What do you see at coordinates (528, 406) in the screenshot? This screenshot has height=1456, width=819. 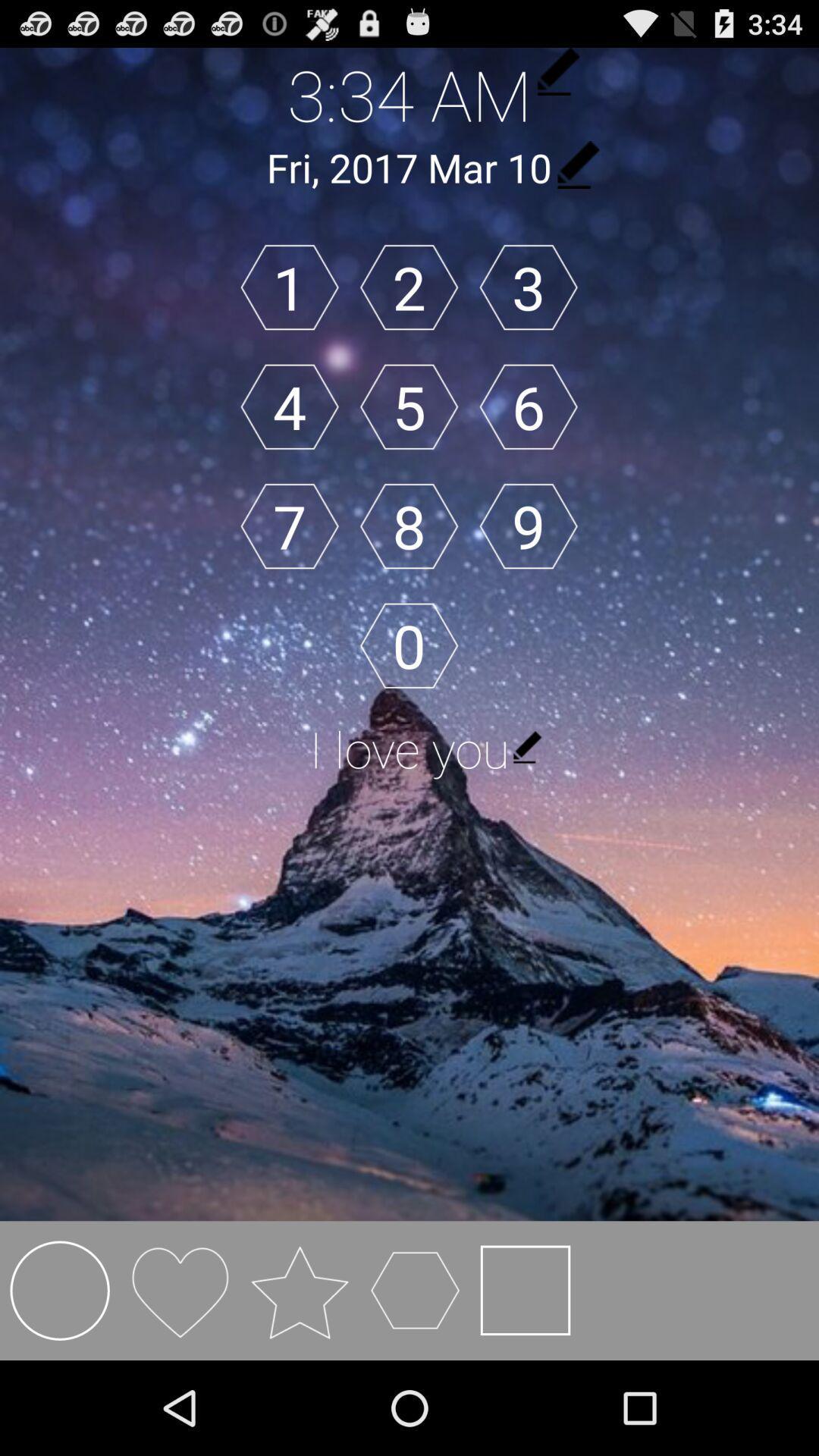 I see `6` at bounding box center [528, 406].